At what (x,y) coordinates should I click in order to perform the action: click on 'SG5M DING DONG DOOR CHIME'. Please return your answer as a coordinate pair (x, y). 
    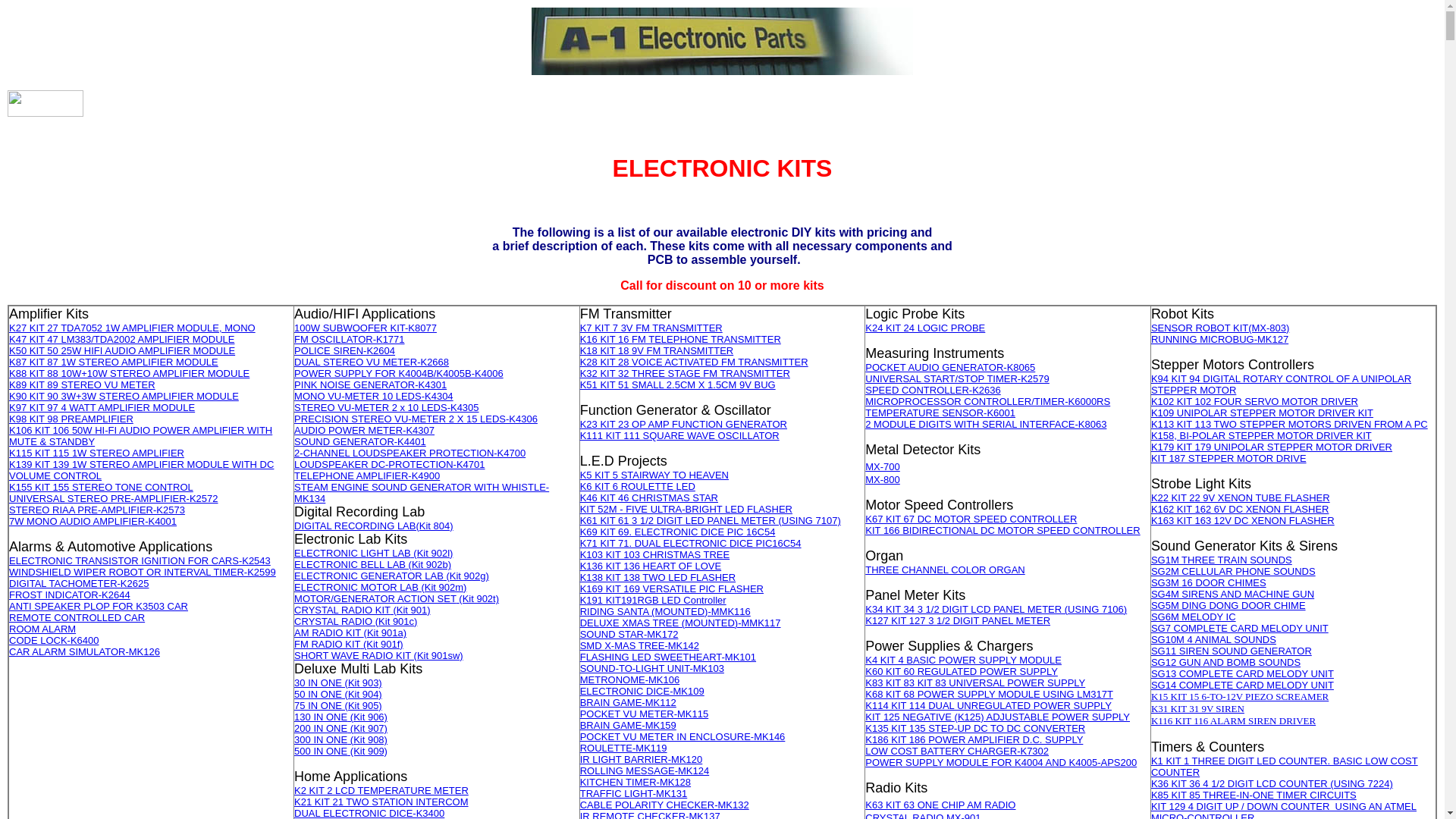
    Looking at the image, I should click on (1150, 604).